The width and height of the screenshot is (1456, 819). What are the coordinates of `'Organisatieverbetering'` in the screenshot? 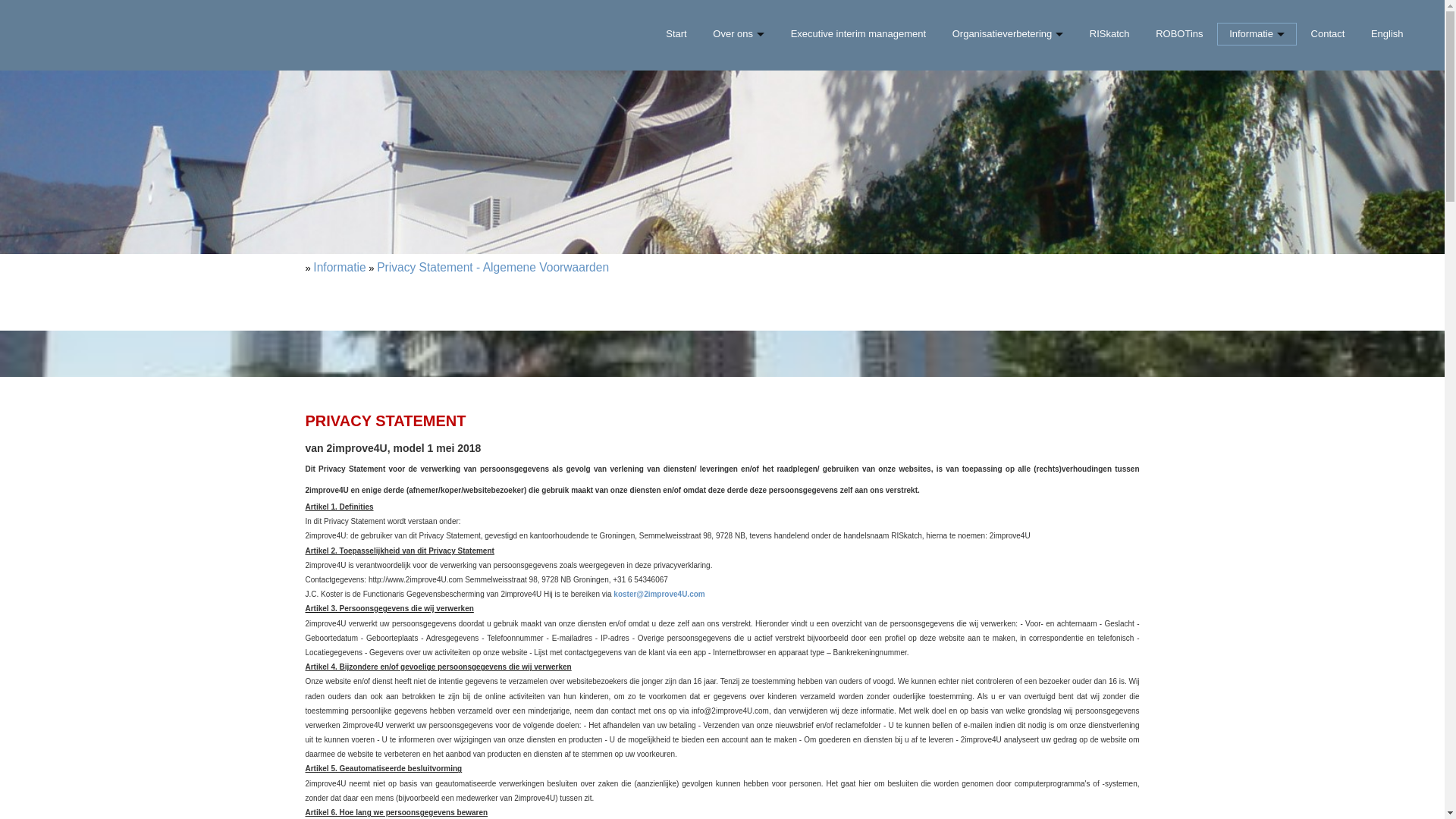 It's located at (1007, 34).